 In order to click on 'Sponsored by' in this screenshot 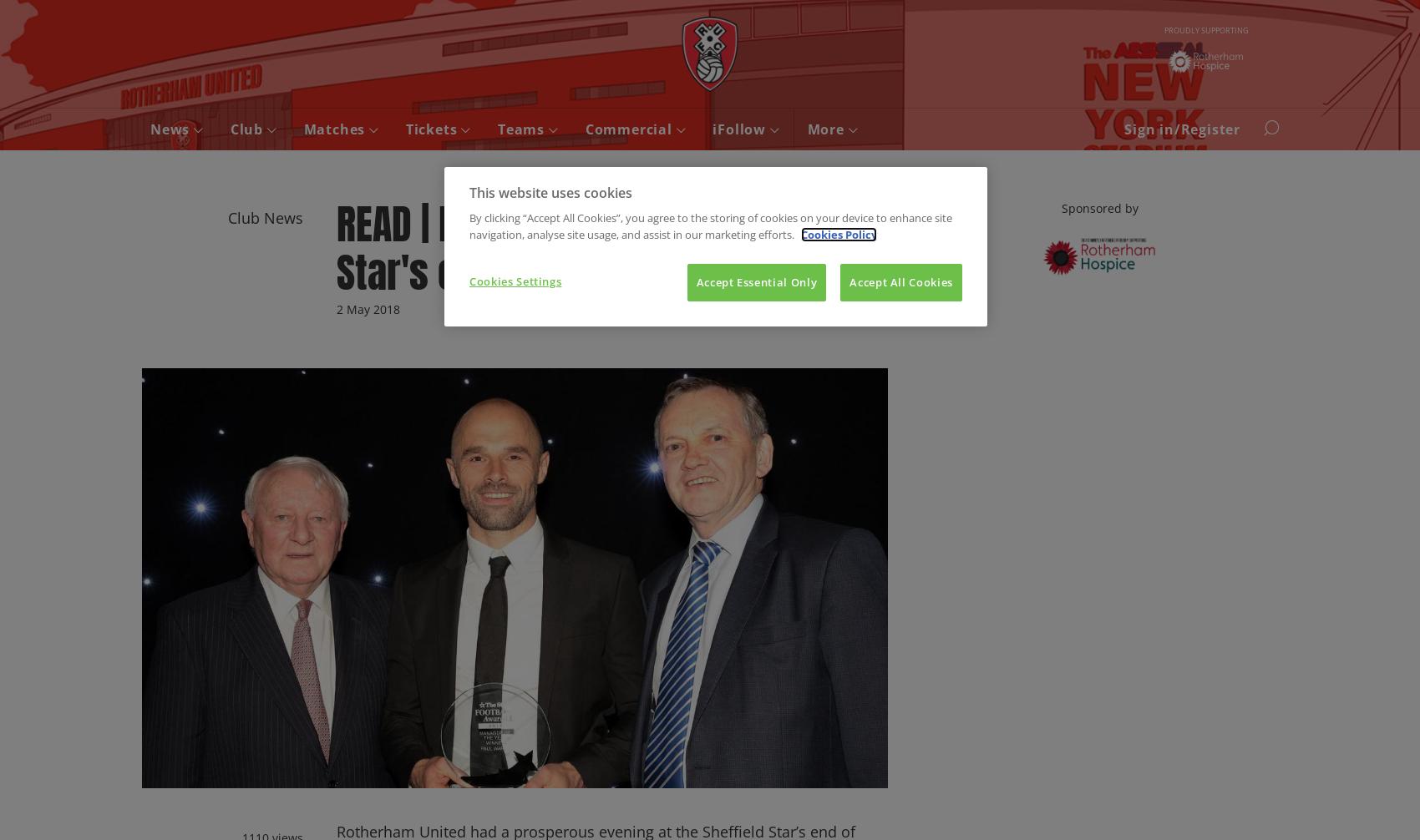, I will do `click(1098, 208)`.